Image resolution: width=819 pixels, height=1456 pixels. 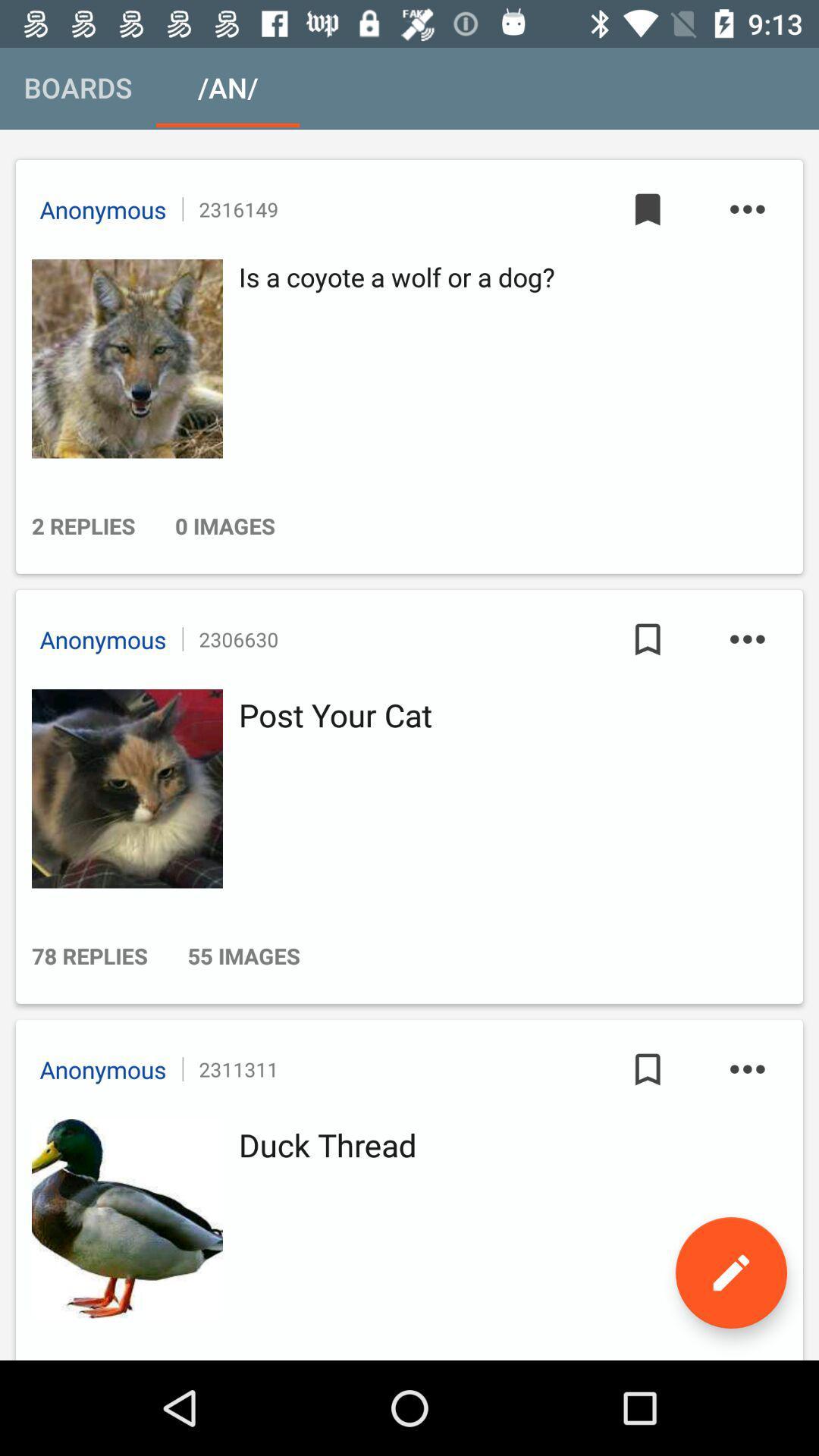 What do you see at coordinates (746, 1068) in the screenshot?
I see `the icon above the duck thread` at bounding box center [746, 1068].